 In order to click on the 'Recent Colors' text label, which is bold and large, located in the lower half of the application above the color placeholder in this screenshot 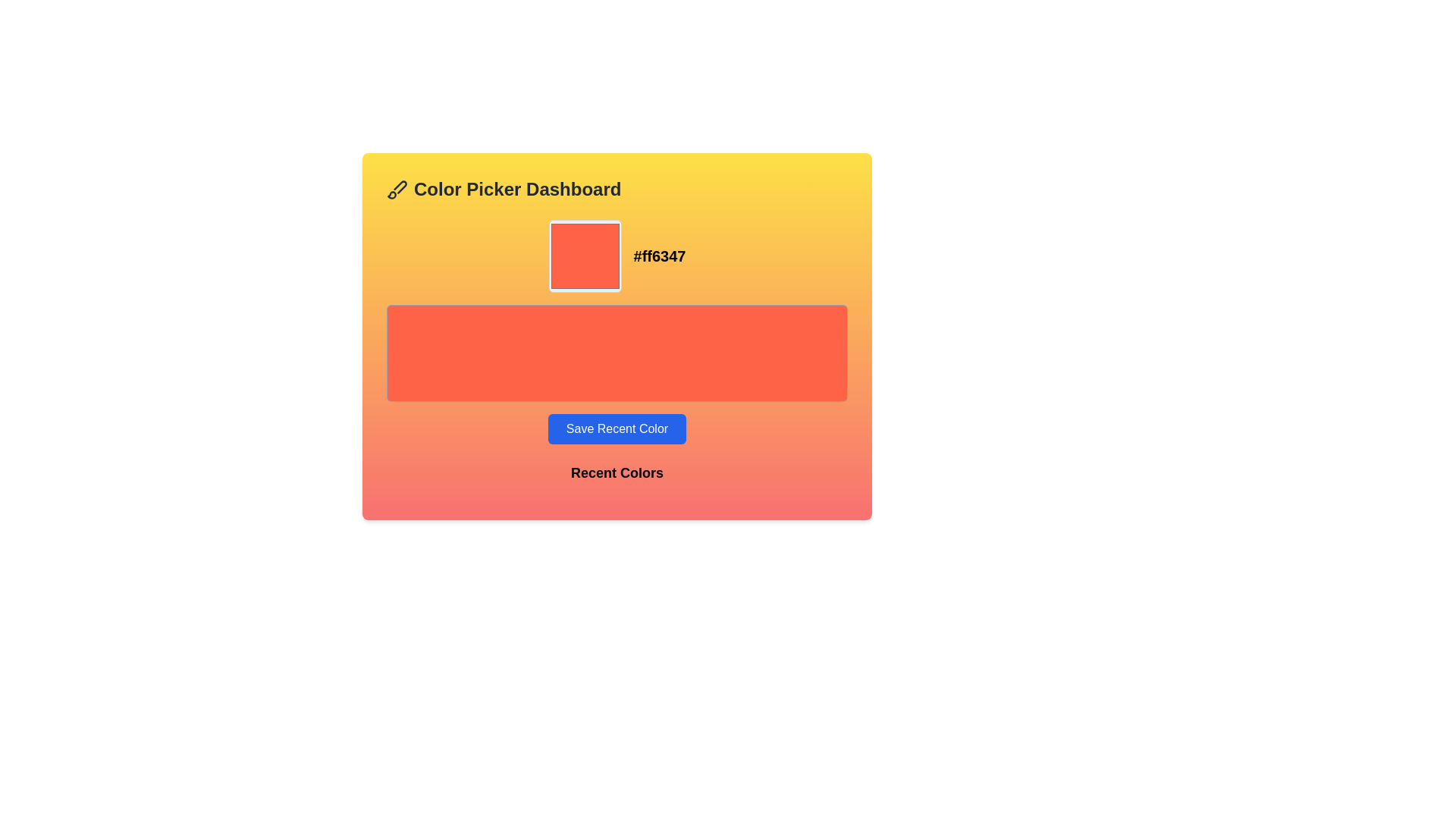, I will do `click(617, 472)`.